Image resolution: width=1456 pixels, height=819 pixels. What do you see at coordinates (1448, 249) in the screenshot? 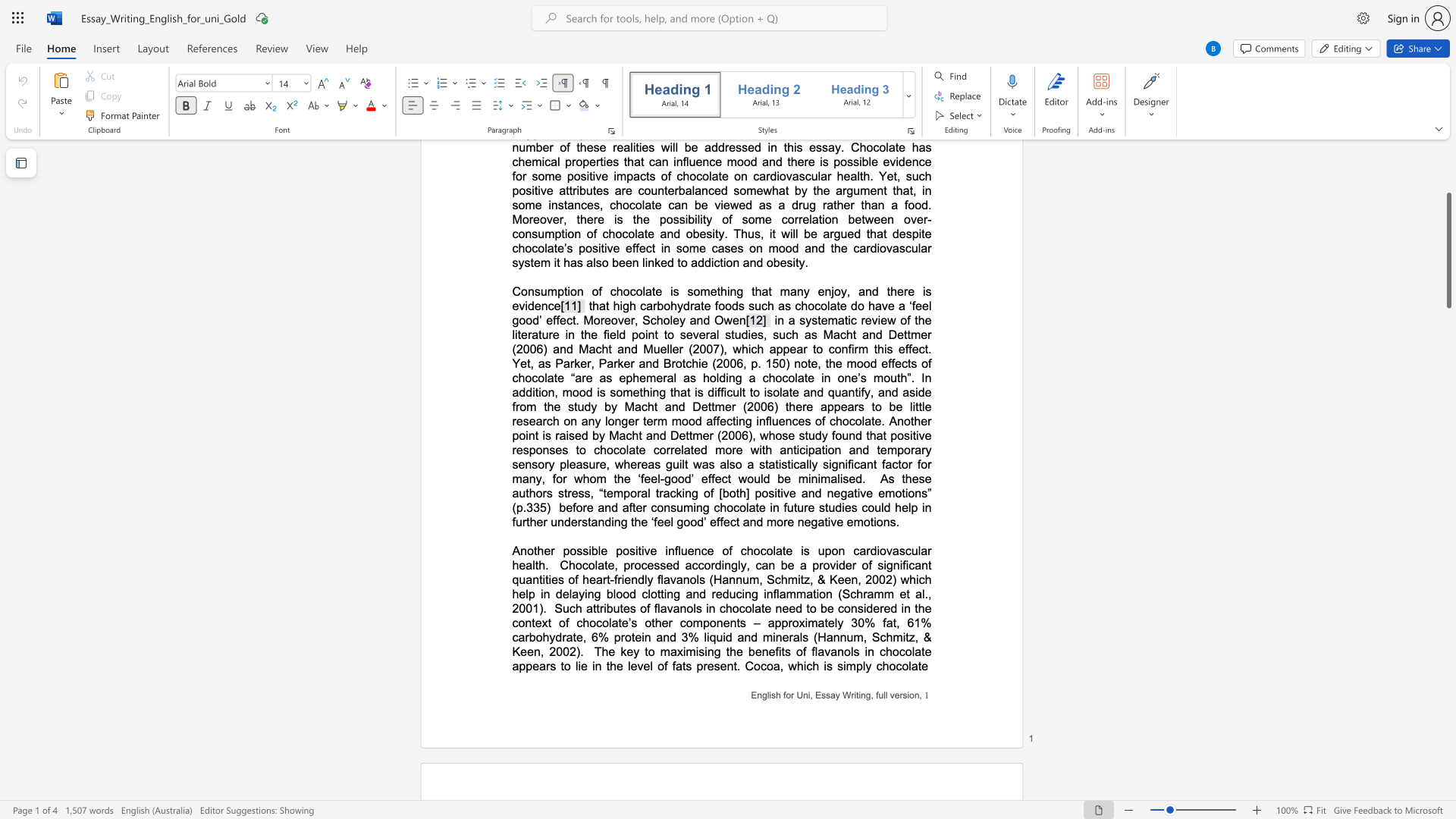
I see `the scrollbar and move down 2320 pixels` at bounding box center [1448, 249].